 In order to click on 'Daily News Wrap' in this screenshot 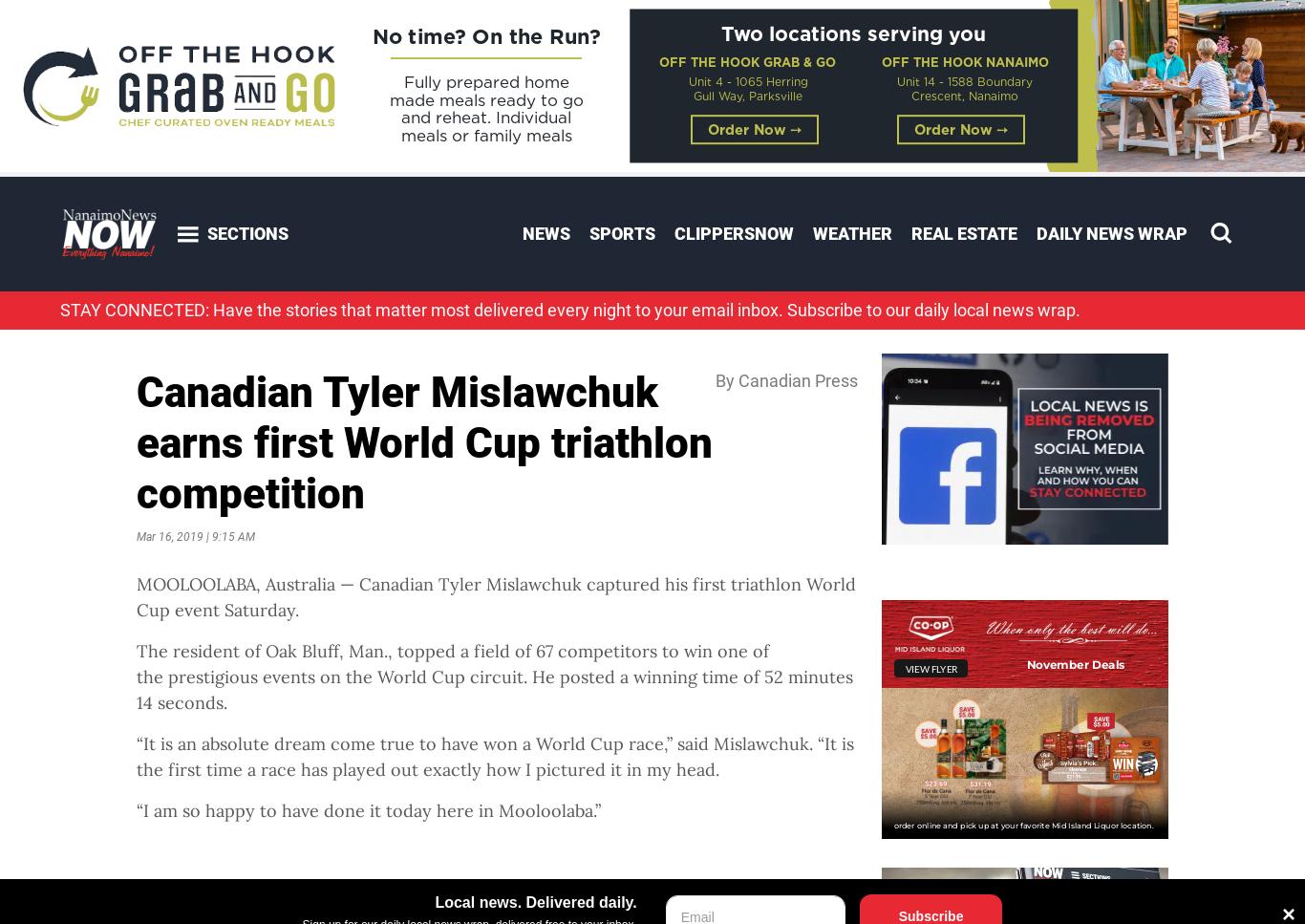, I will do `click(1111, 233)`.